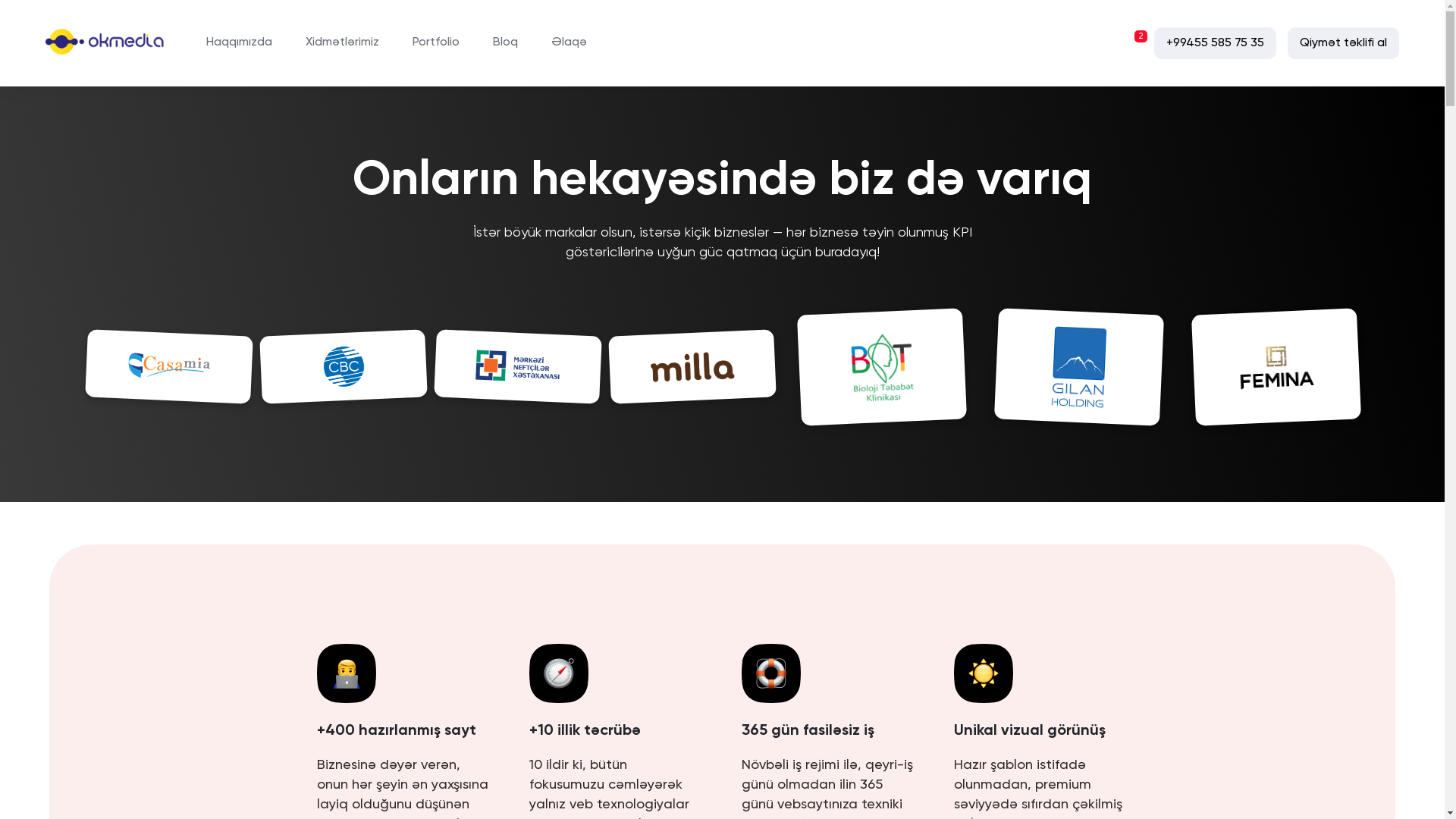  I want to click on '+99455 585 75 35', so click(1215, 42).